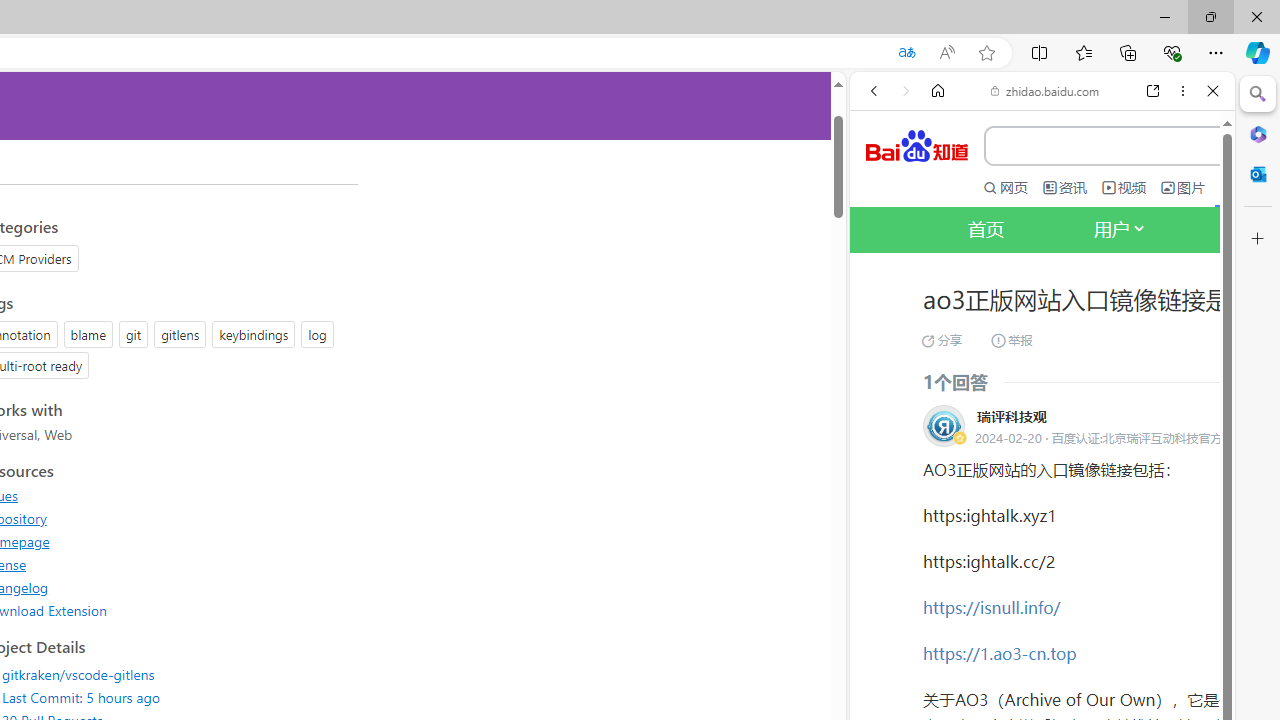  Describe the element at coordinates (1128, 51) in the screenshot. I see `'Collections'` at that location.